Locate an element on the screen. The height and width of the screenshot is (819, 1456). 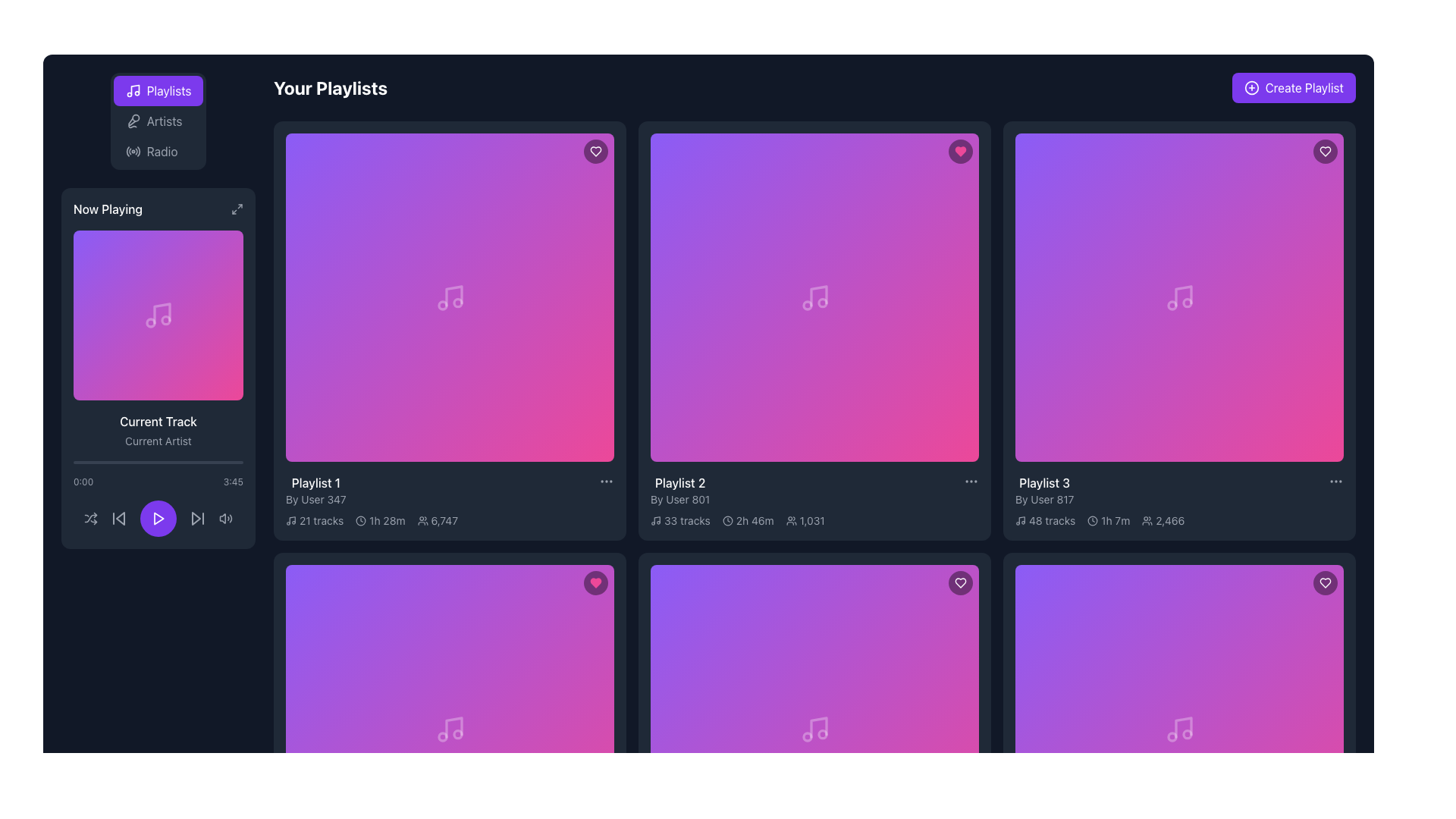
the interactive play button with a triangular play icon located within a violet circular button in the 'Playlist 2' section is located at coordinates (814, 297).